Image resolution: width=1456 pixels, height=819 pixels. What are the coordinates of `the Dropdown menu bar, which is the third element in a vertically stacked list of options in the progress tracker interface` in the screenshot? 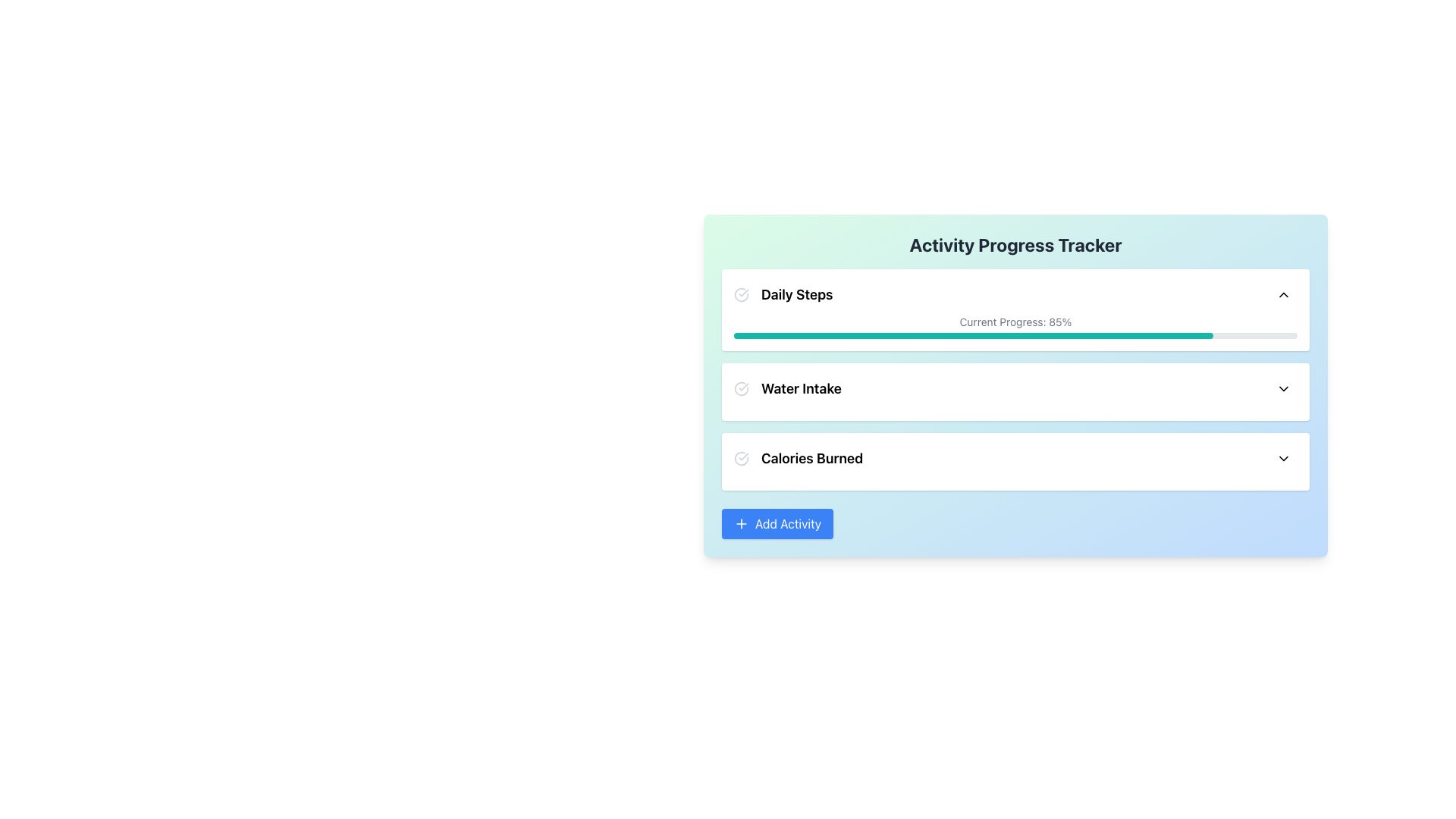 It's located at (1015, 458).